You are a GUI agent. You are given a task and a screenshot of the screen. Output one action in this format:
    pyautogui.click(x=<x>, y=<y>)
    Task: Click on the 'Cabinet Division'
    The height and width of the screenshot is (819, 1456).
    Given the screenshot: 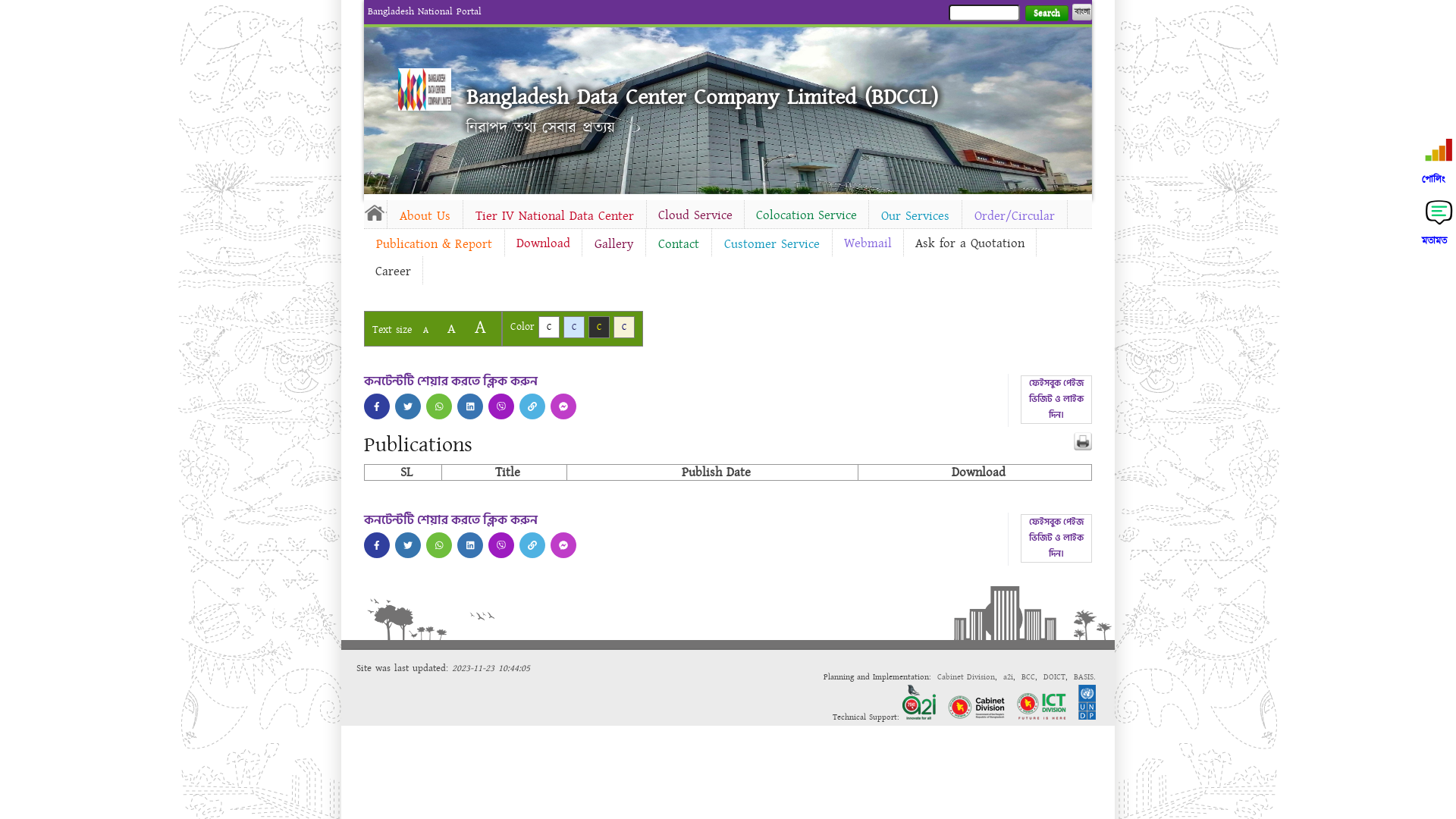 What is the action you would take?
    pyautogui.click(x=965, y=676)
    